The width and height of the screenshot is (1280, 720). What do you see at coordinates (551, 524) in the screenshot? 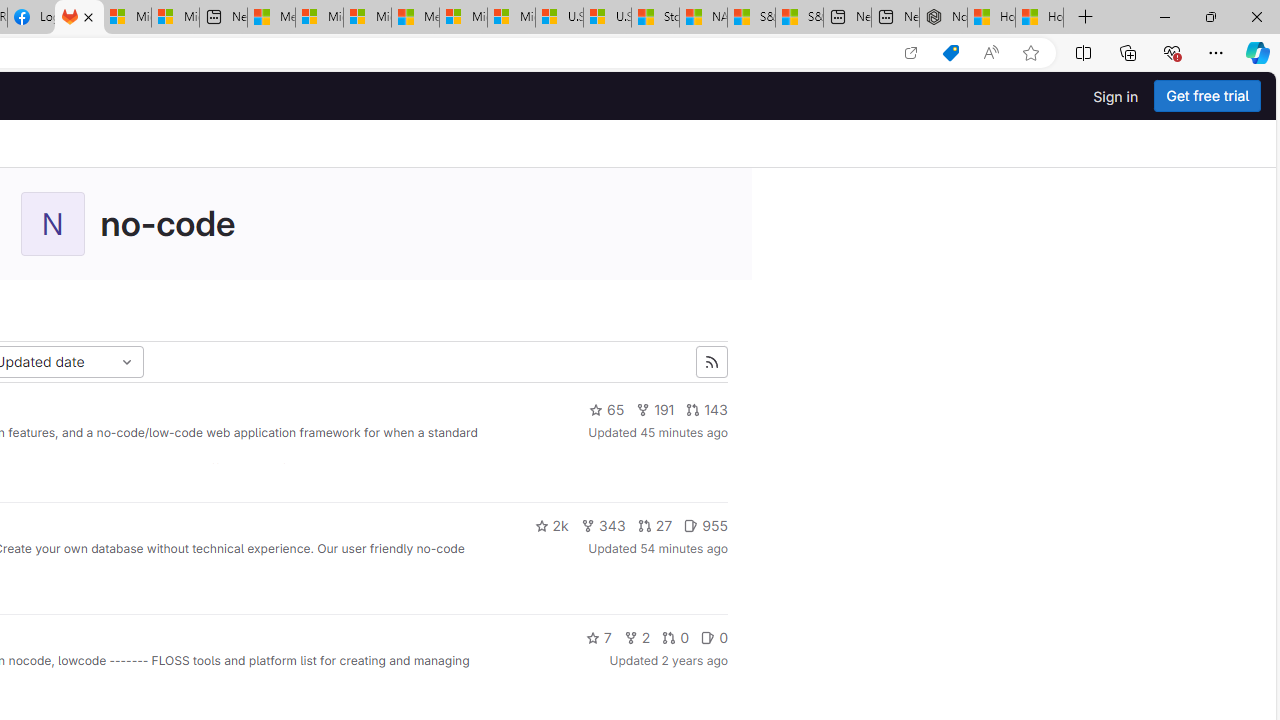
I see `'2k'` at bounding box center [551, 524].